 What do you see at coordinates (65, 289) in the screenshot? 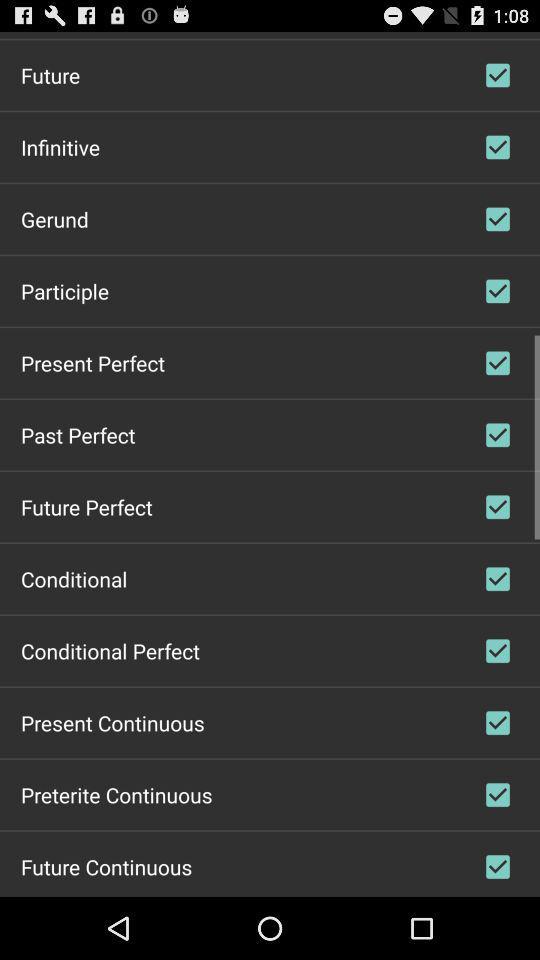
I see `the item above the present perfect icon` at bounding box center [65, 289].